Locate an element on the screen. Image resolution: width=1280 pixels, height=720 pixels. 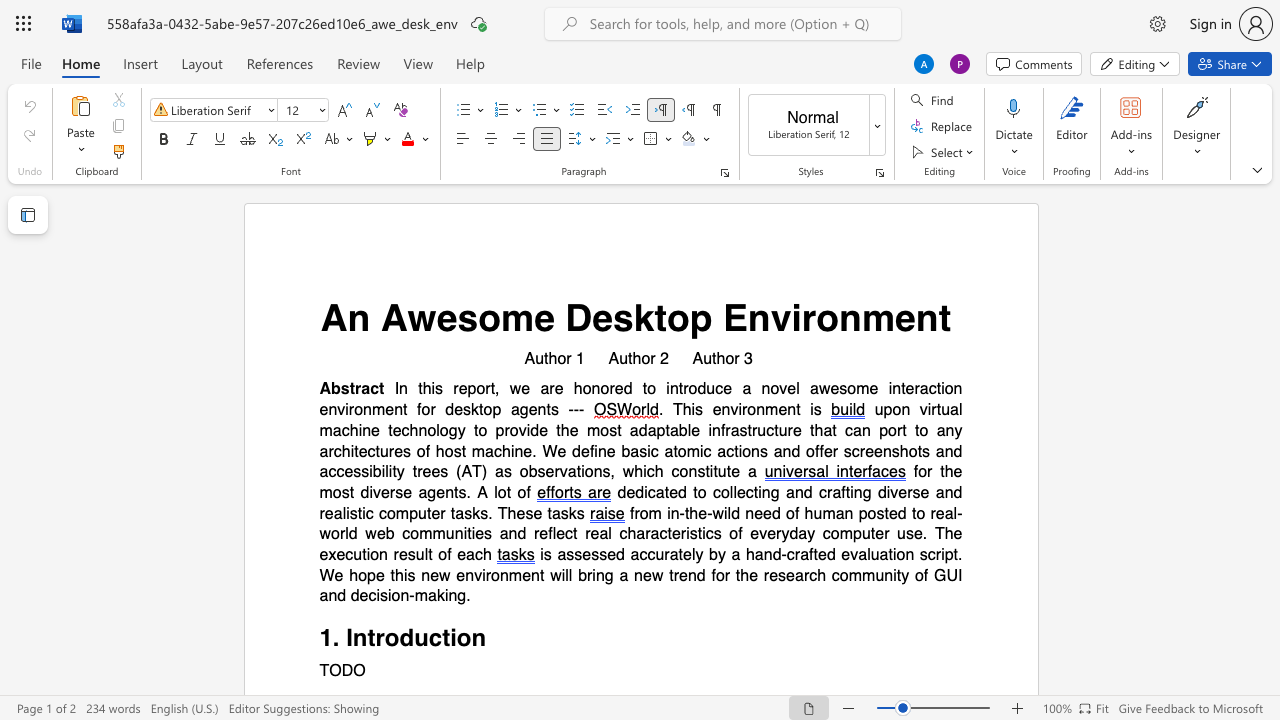
the space between the continuous character "i" and "o" in the text is located at coordinates (896, 555).